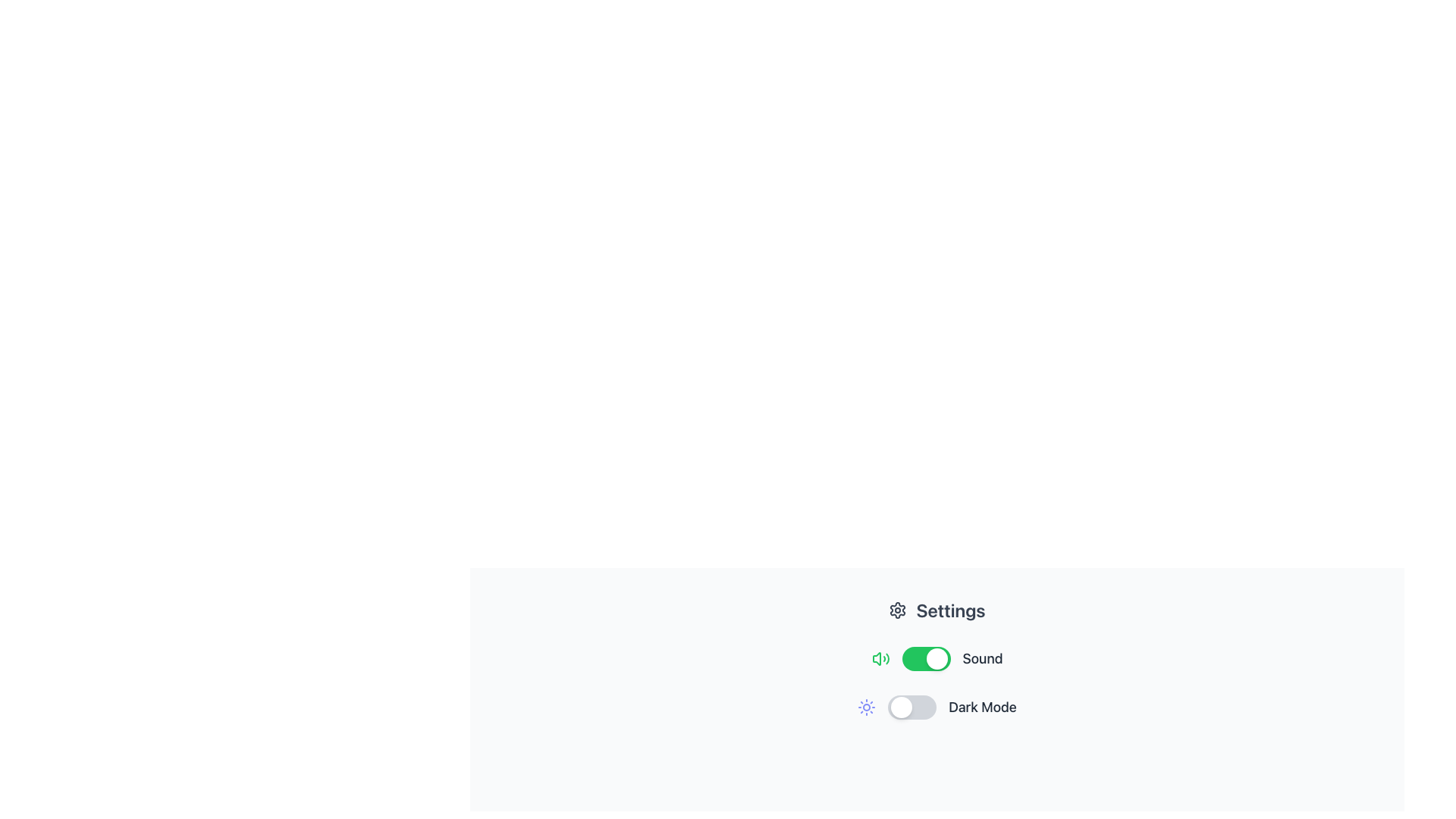 The height and width of the screenshot is (819, 1456). What do you see at coordinates (983, 657) in the screenshot?
I see `the text label 'Sound' which is part of a toggle switch interface, located to the right of the green toggle switch in the lower right area of the settings interface` at bounding box center [983, 657].